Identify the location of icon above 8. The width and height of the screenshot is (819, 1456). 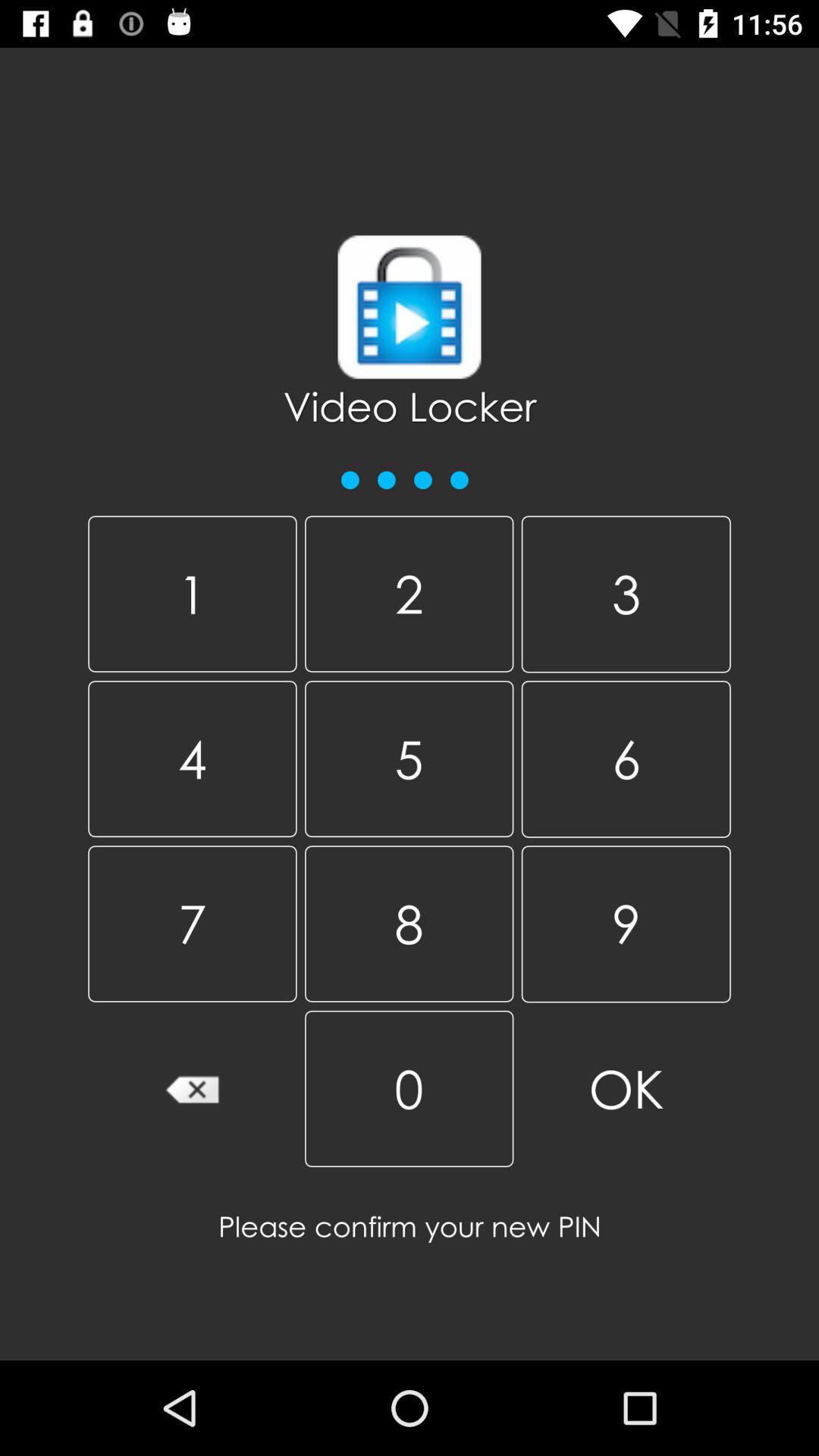
(626, 759).